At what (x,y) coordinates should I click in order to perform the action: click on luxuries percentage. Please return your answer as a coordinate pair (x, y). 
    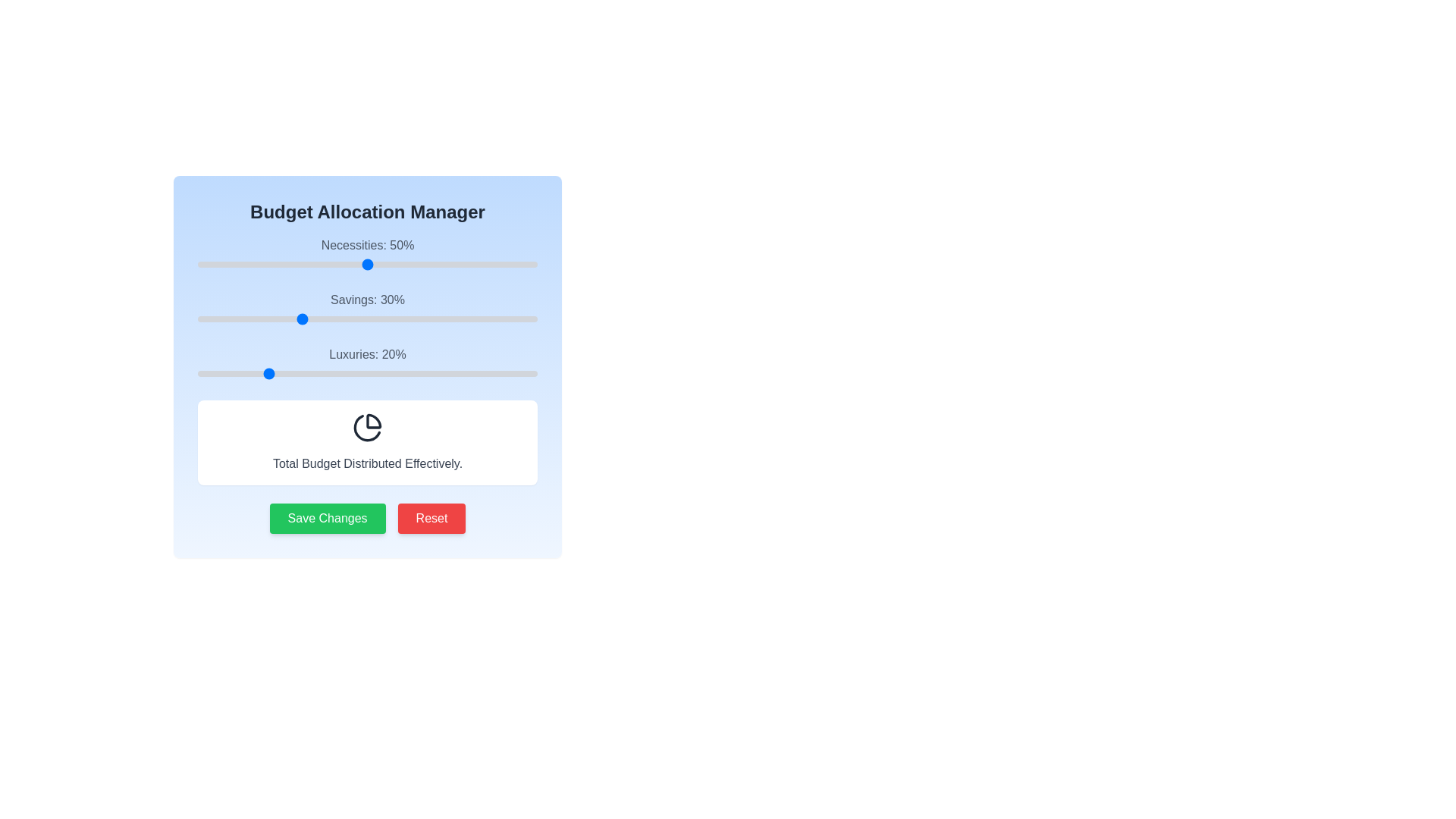
    Looking at the image, I should click on (415, 374).